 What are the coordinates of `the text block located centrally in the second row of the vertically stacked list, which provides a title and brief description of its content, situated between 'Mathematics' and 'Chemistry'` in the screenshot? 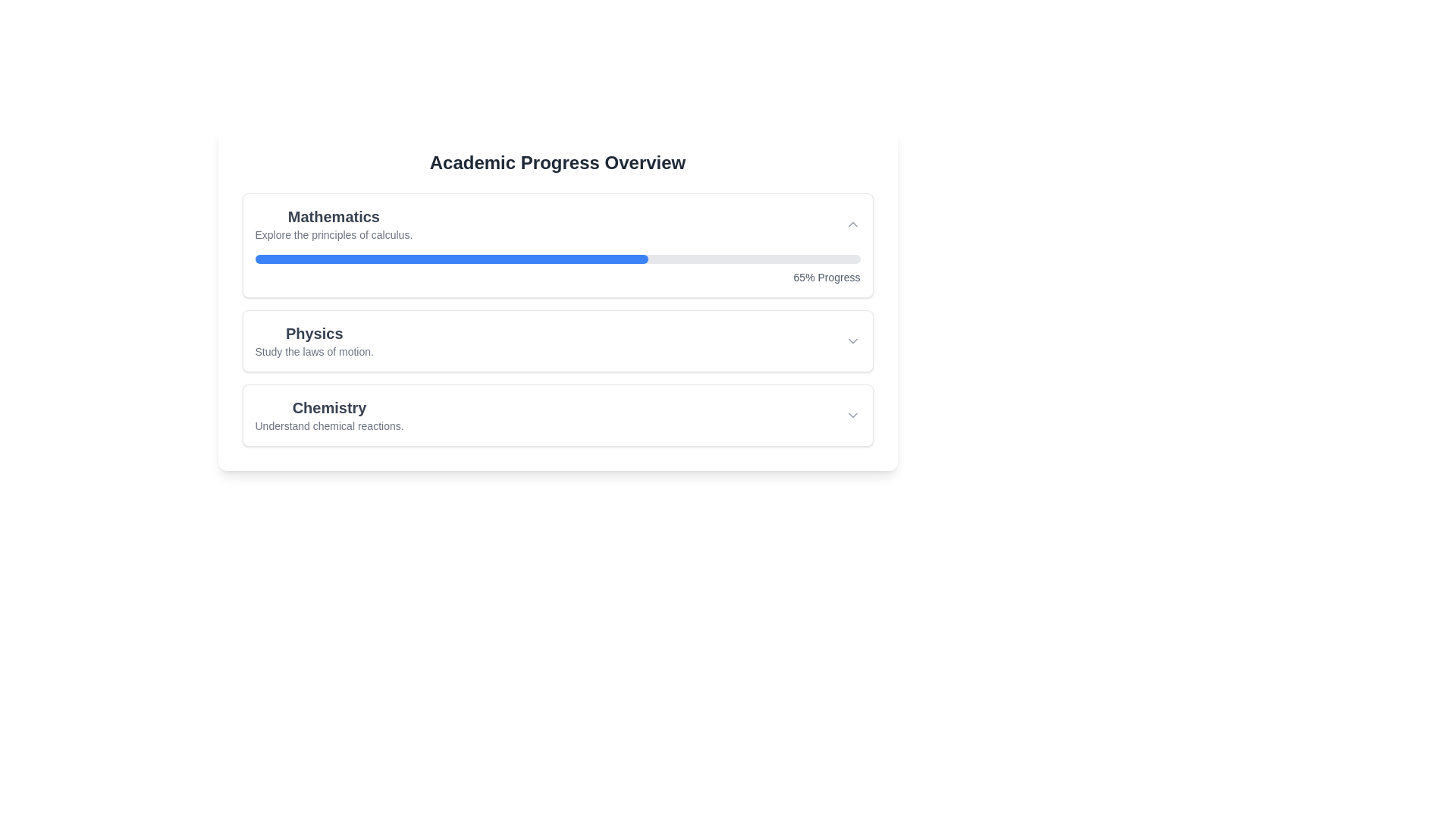 It's located at (313, 341).